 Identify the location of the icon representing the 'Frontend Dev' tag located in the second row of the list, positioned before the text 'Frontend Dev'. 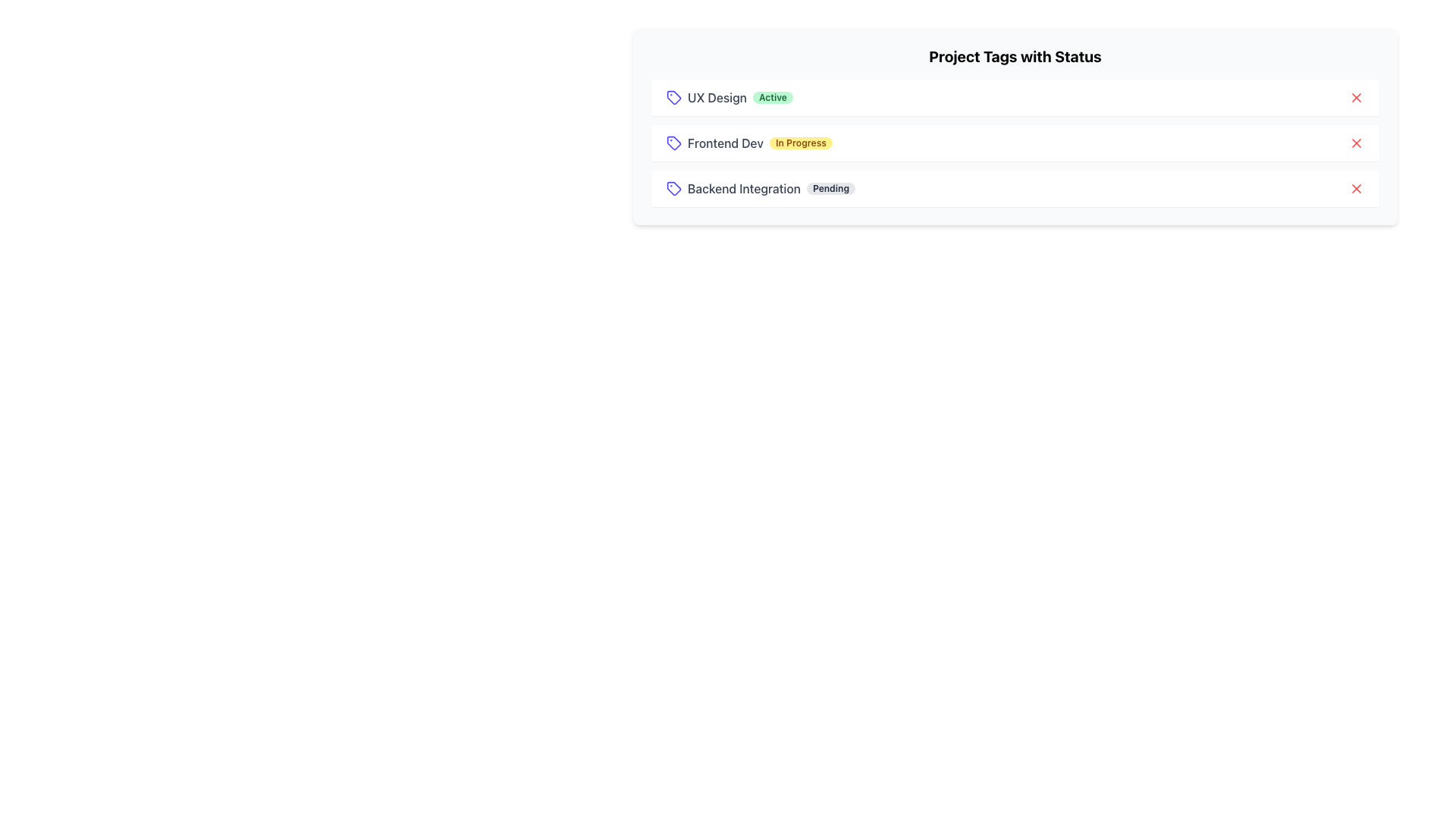
(673, 143).